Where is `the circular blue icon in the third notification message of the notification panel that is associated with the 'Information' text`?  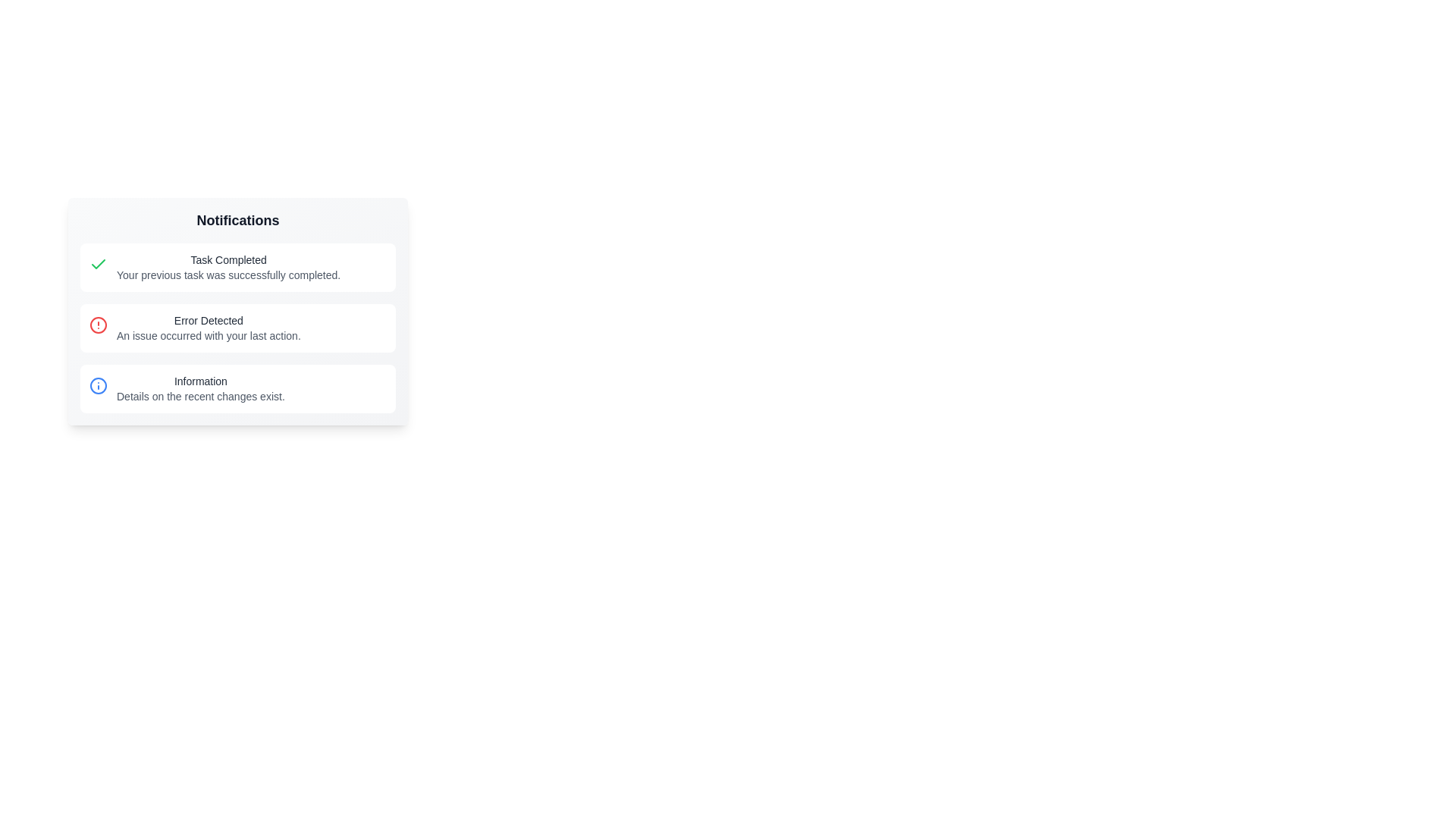 the circular blue icon in the third notification message of the notification panel that is associated with the 'Information' text is located at coordinates (97, 385).